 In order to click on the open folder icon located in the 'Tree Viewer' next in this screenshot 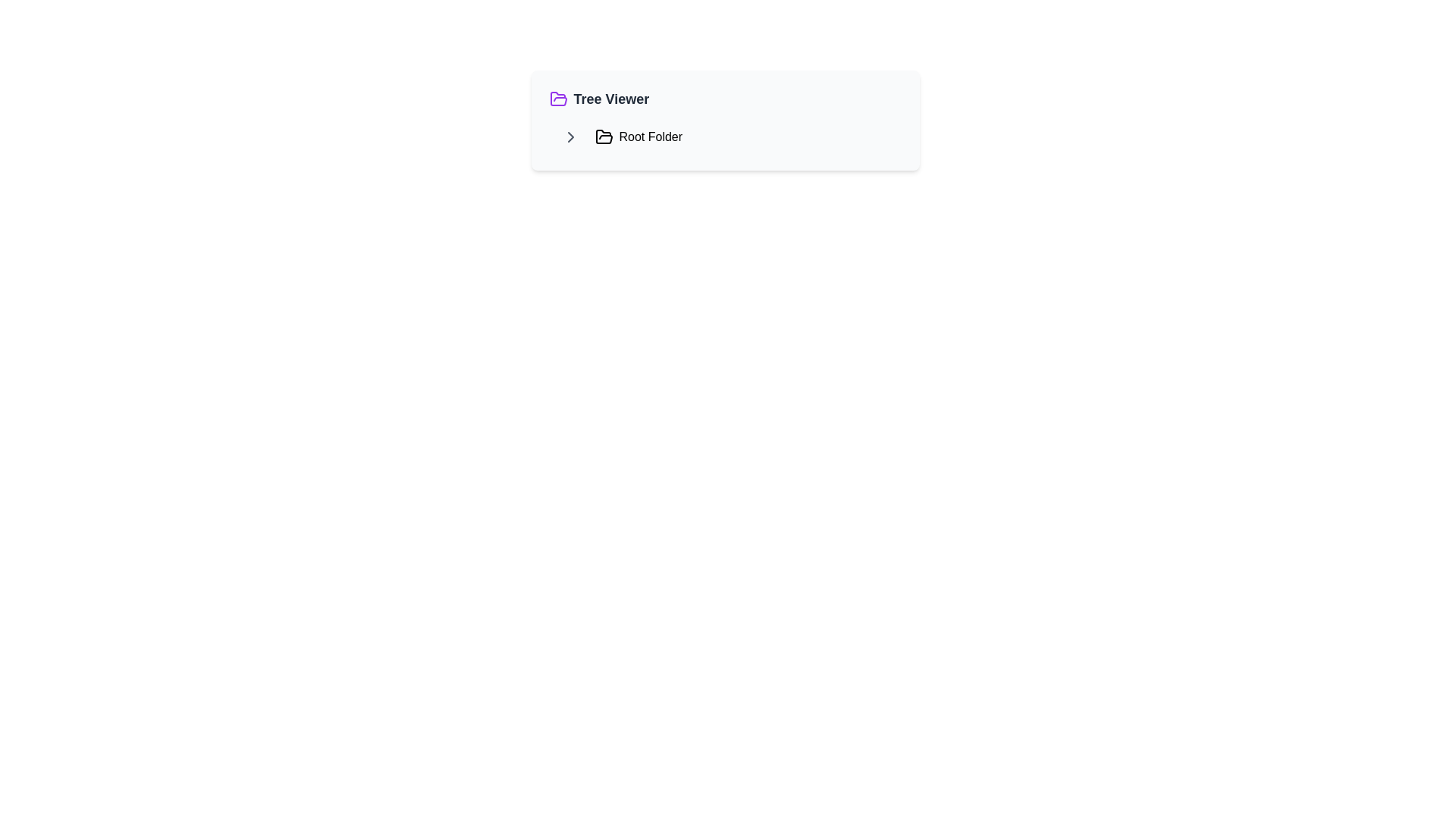, I will do `click(557, 99)`.